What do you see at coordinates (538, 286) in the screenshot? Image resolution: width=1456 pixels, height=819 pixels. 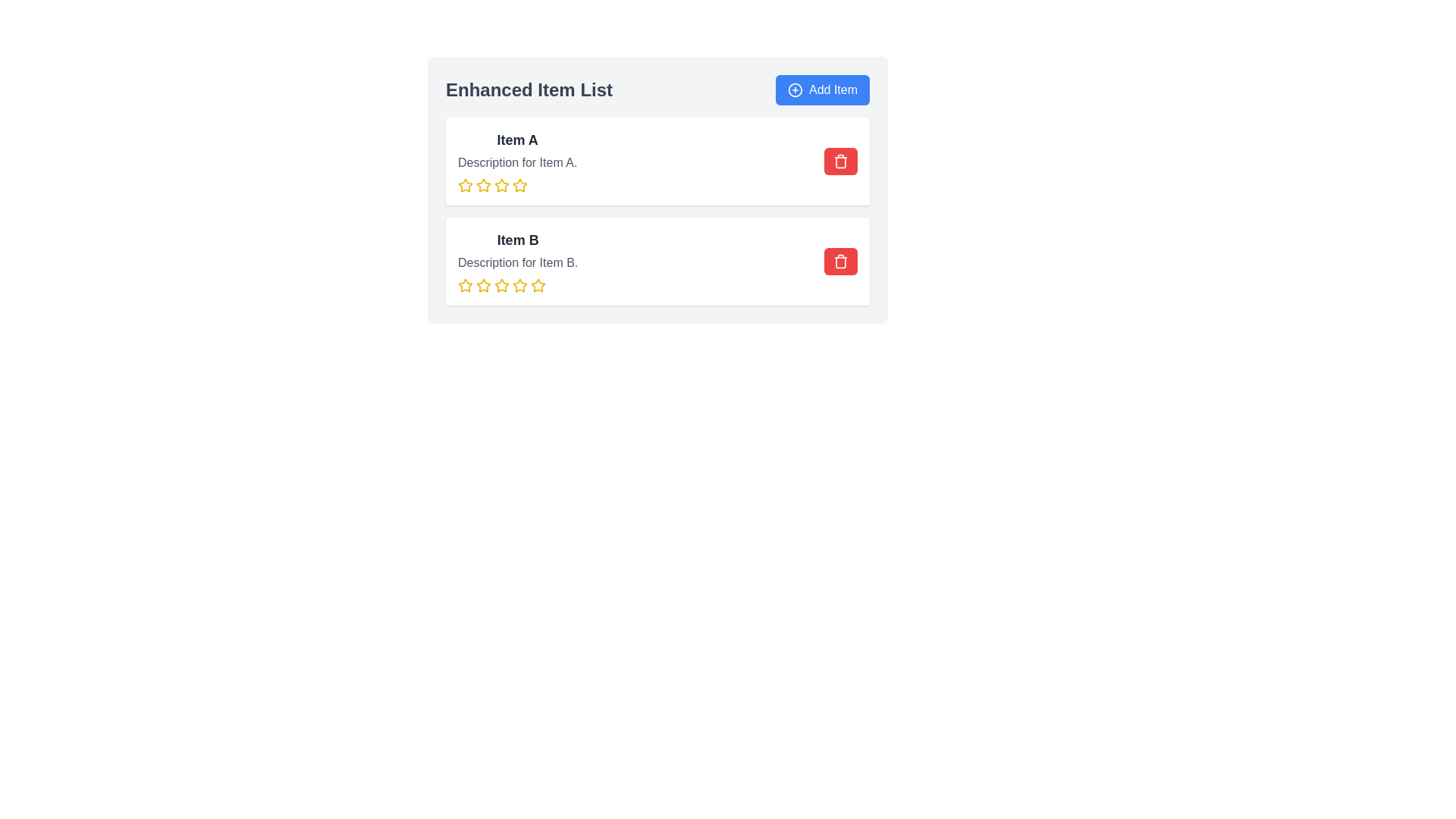 I see `the fifth star-shaped icon in the rating control for 'Item B'` at bounding box center [538, 286].